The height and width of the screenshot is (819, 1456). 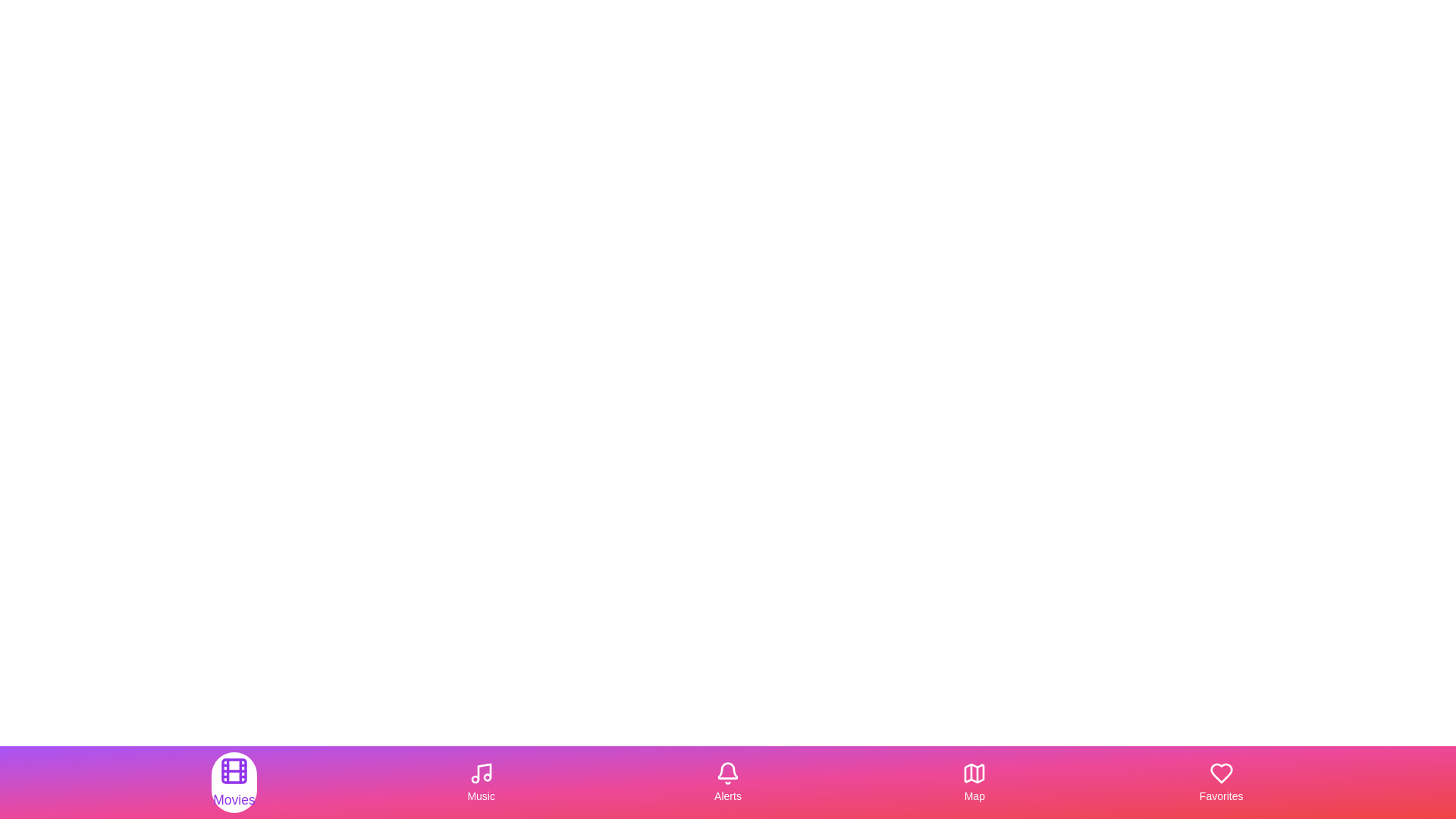 What do you see at coordinates (480, 783) in the screenshot?
I see `the tab labeled Music in the MultimediaBottomNavigation component` at bounding box center [480, 783].